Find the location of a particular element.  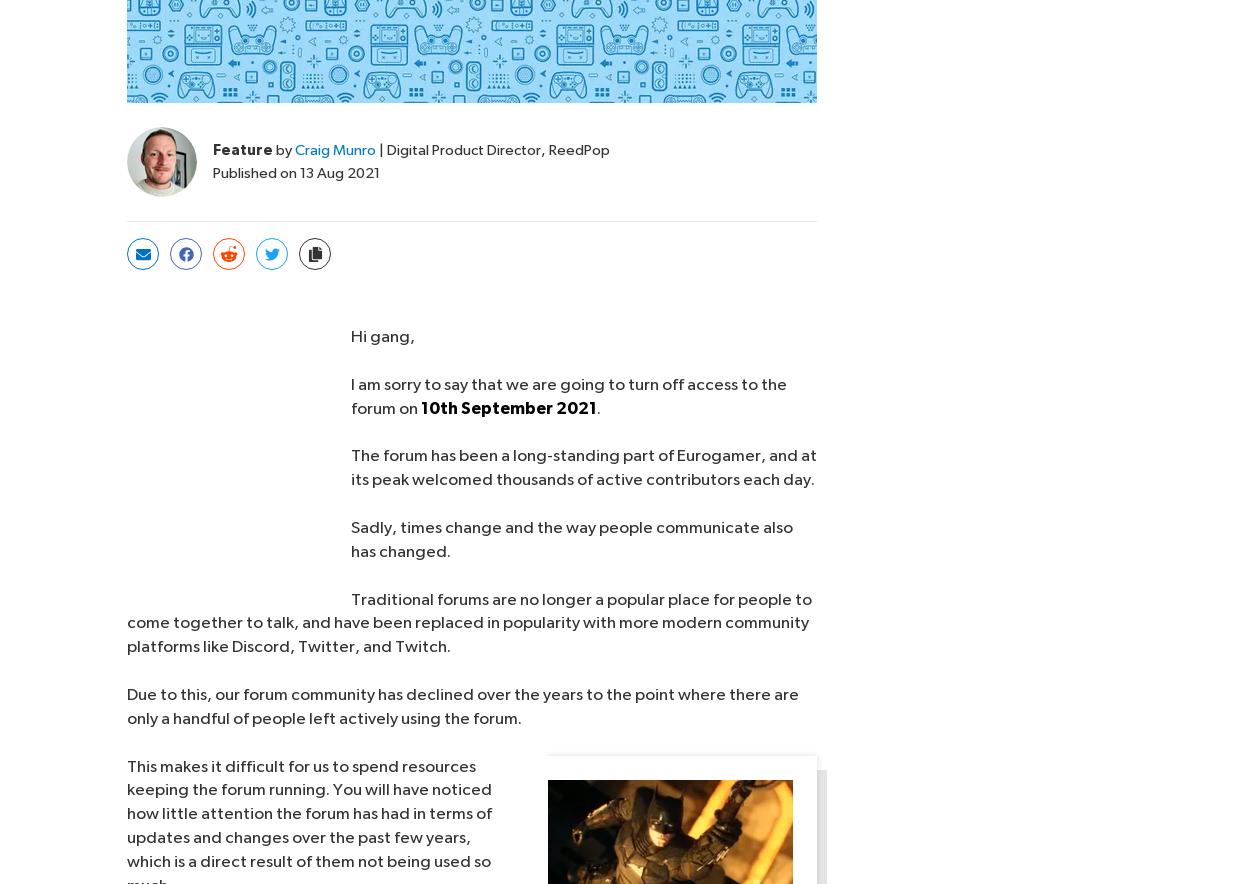

'Editorial Policy' is located at coordinates (622, 851).